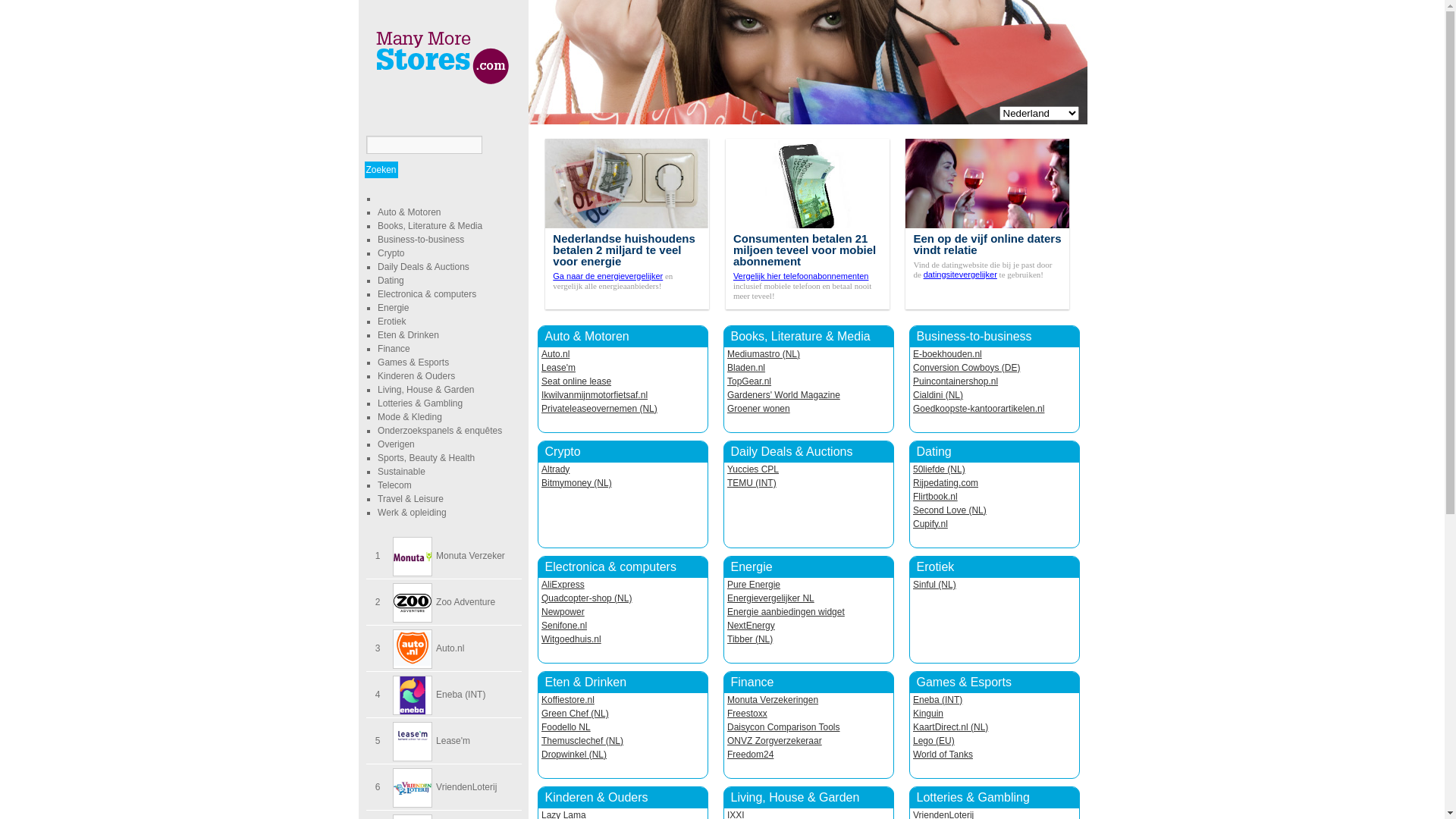 This screenshot has width=1456, height=819. What do you see at coordinates (770, 598) in the screenshot?
I see `'Energievergelijker NL'` at bounding box center [770, 598].